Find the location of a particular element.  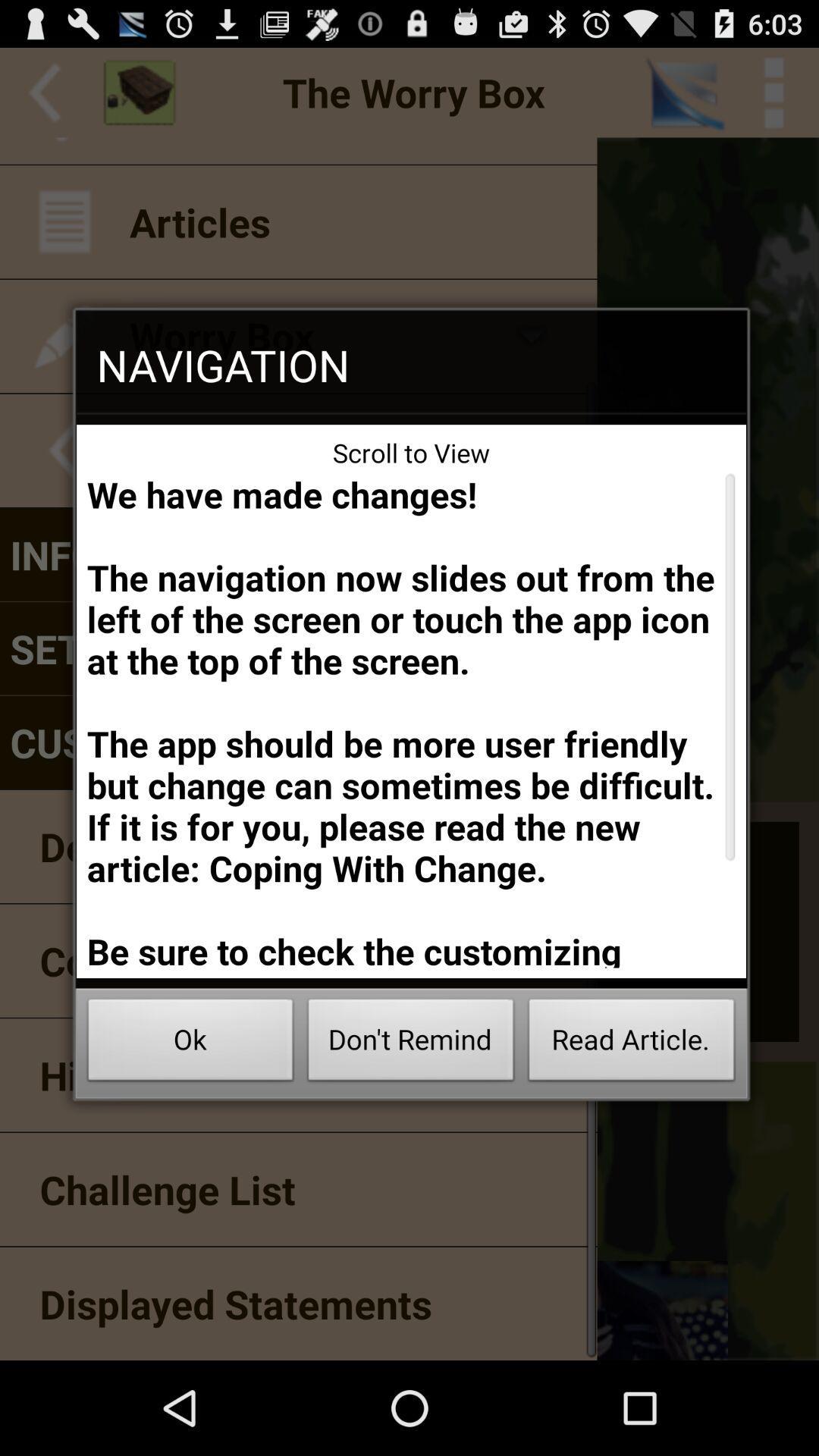

the icon next to don't remind item is located at coordinates (190, 1043).